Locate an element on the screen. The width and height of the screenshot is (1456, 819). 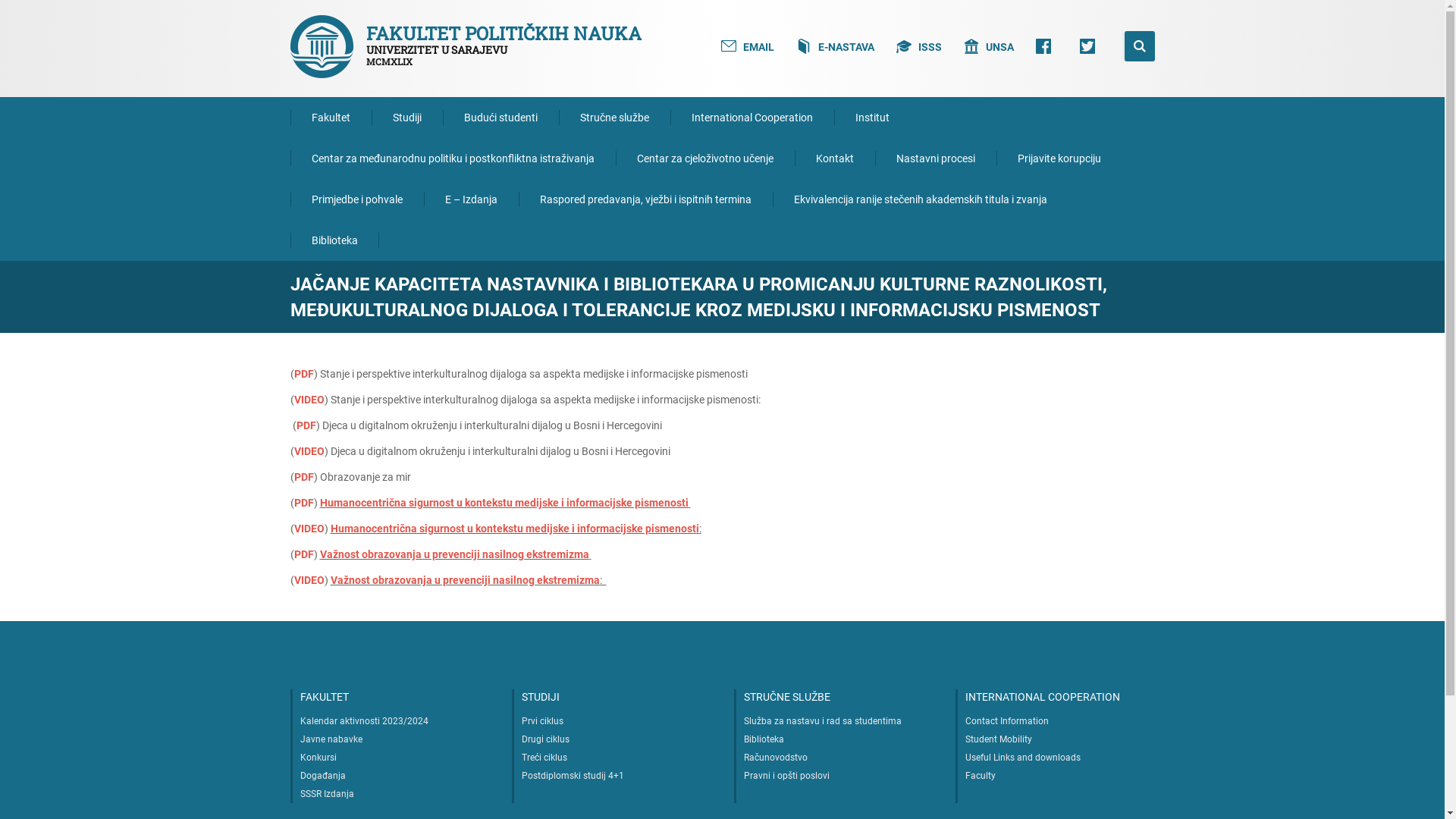
'Primjedbe i pohvale' is located at coordinates (356, 198).